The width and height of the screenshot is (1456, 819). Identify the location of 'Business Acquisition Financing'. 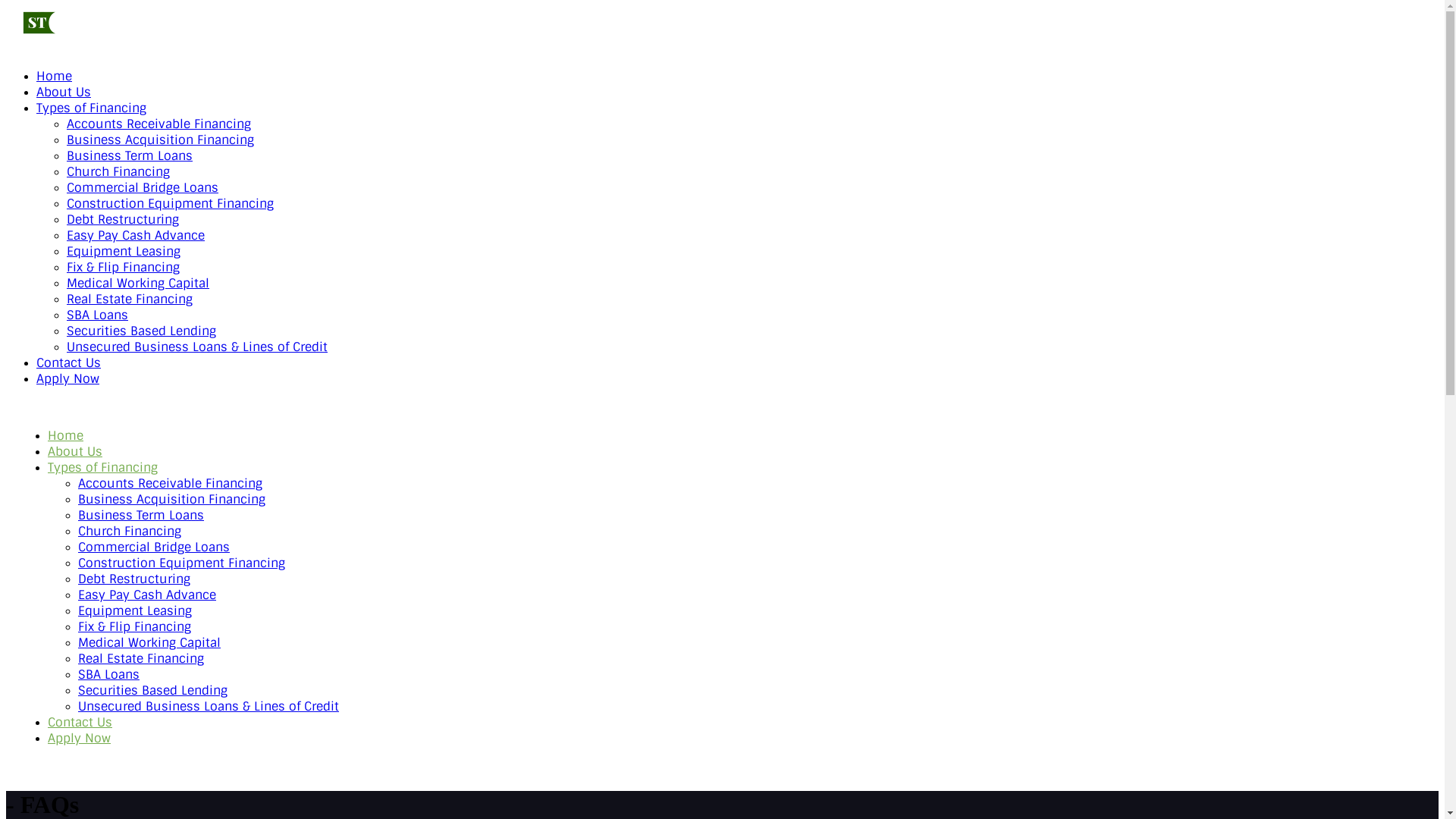
(160, 140).